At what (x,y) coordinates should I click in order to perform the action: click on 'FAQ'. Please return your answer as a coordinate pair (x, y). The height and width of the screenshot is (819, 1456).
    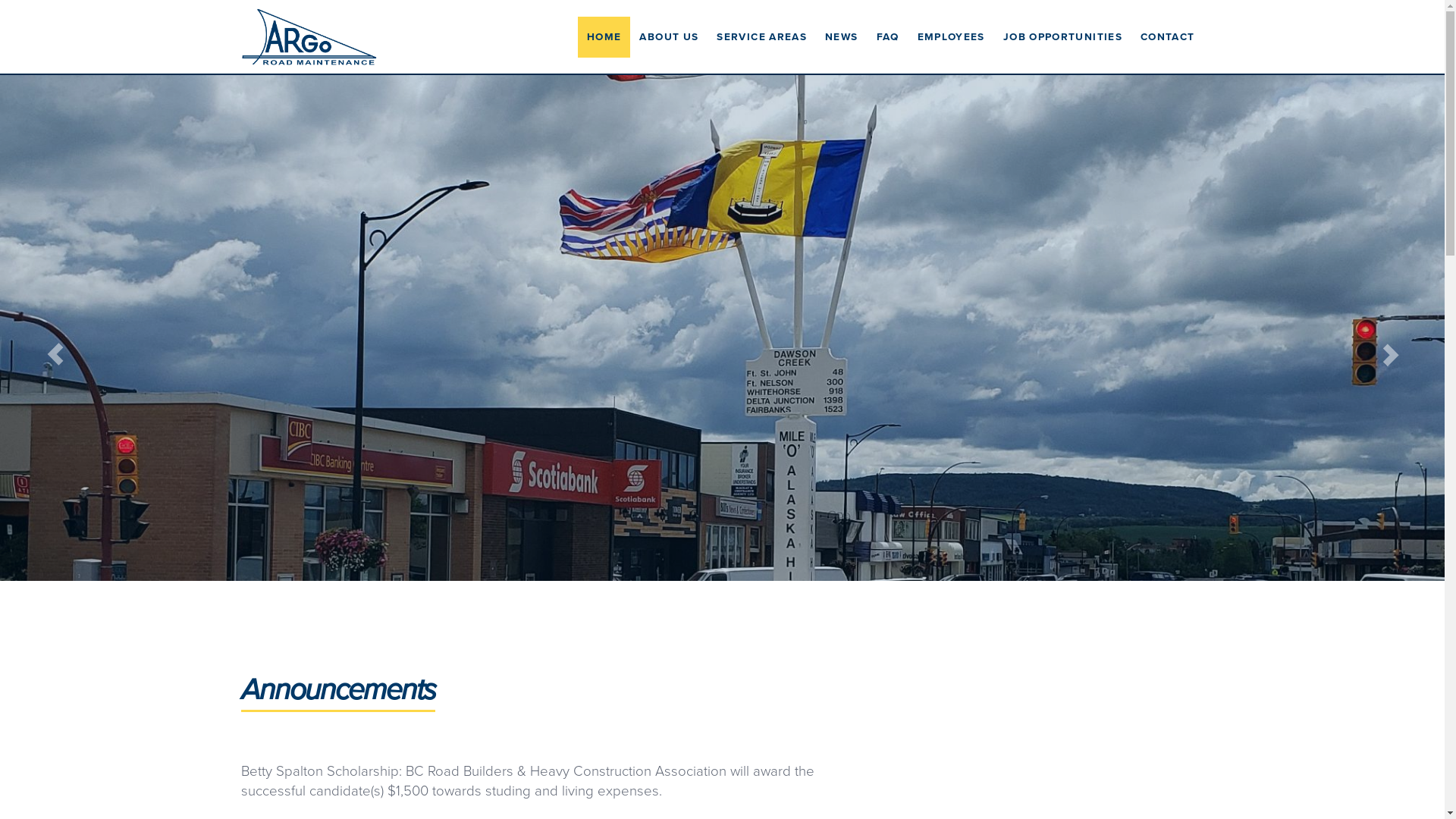
    Looking at the image, I should click on (888, 36).